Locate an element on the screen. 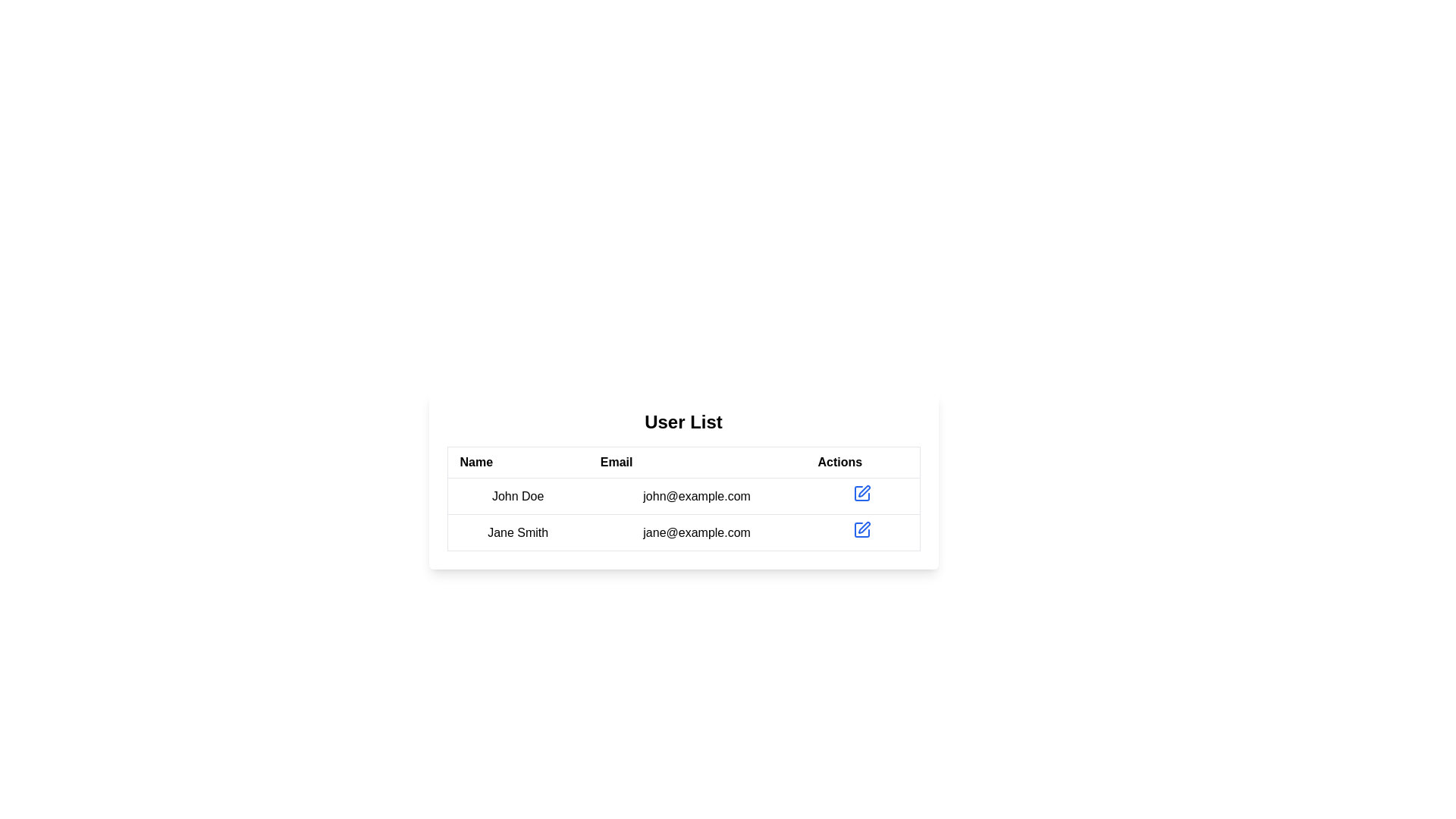 Image resolution: width=1456 pixels, height=819 pixels. the text label displaying the user's name in the user list table, located in the second row, first column, adjacent to 'jane@example.com' is located at coordinates (517, 532).